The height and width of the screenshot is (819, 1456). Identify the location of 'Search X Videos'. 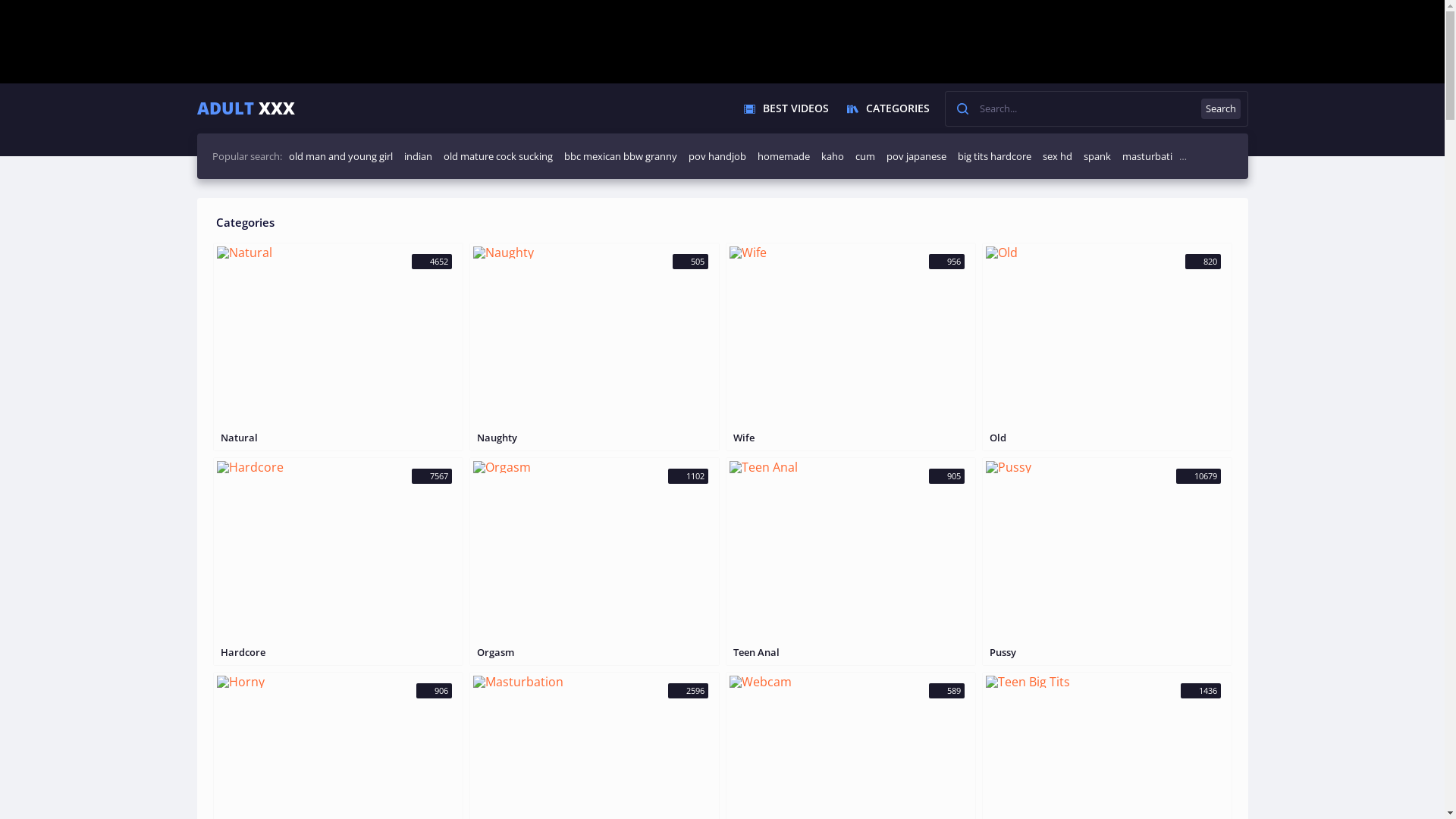
(1096, 108).